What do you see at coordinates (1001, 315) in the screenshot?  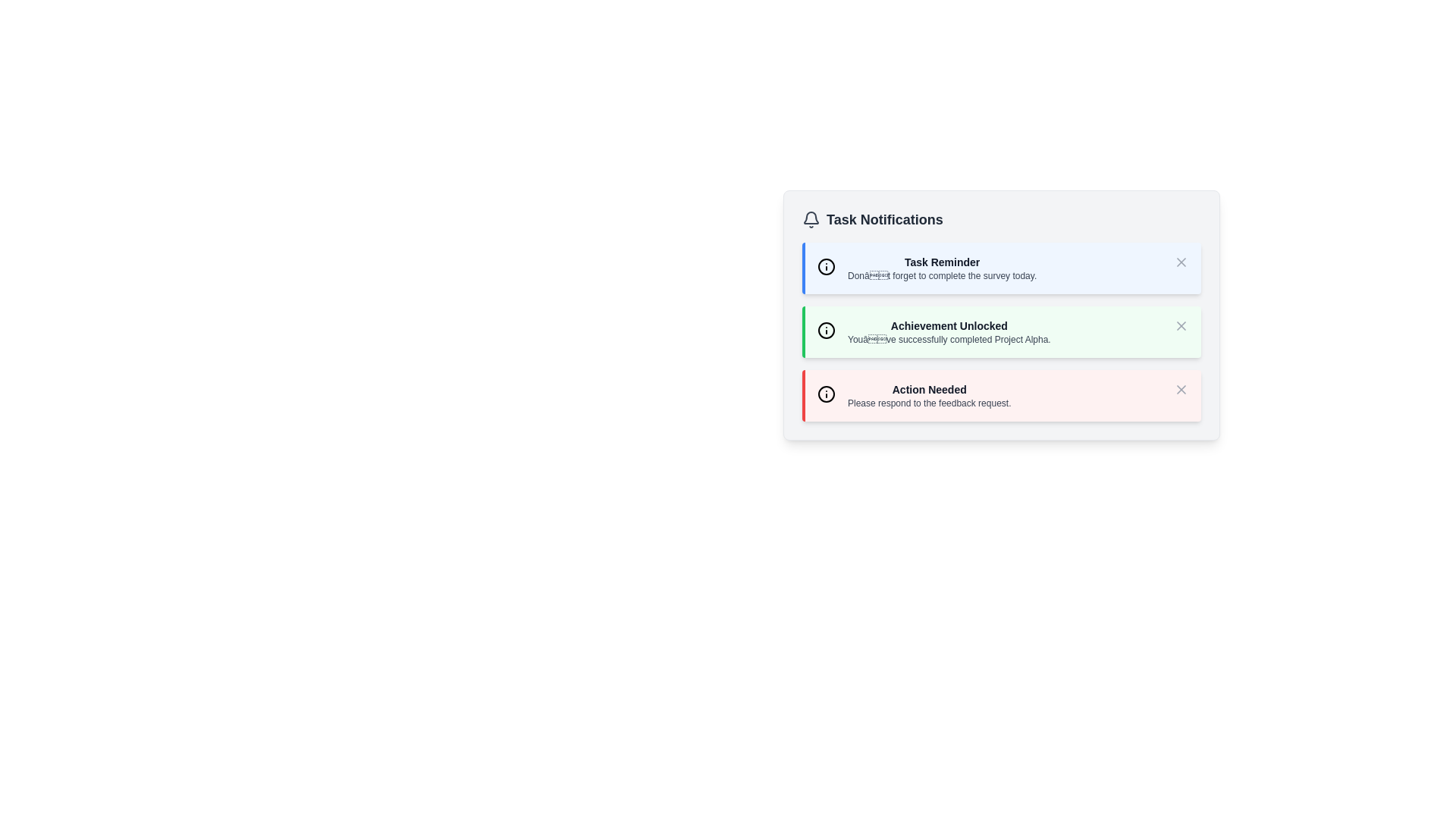 I see `the Notification Card for 'Project Alpha', which is the second card in the vertical list of notifications` at bounding box center [1001, 315].